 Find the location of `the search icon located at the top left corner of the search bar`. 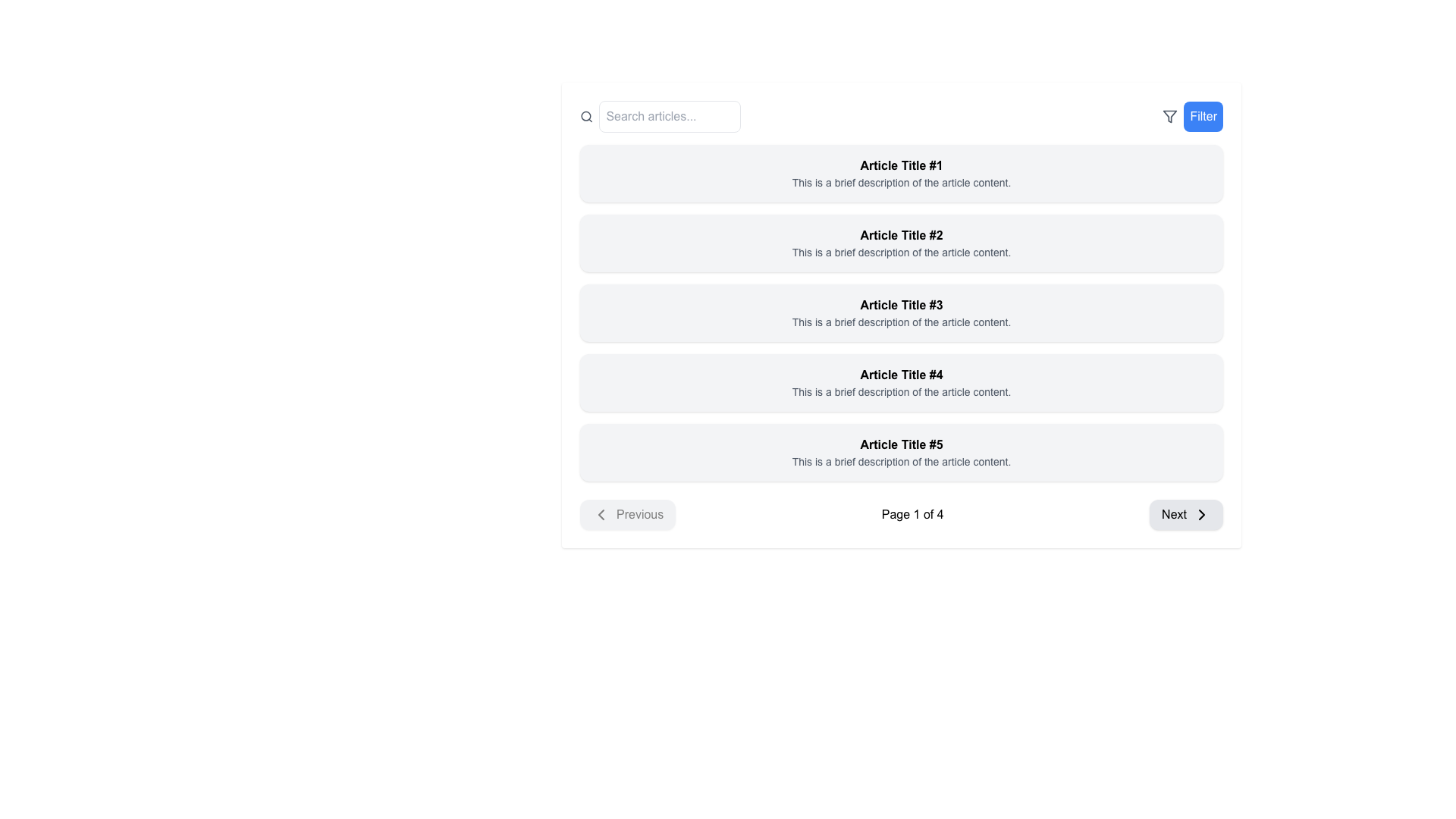

the search icon located at the top left corner of the search bar is located at coordinates (585, 116).